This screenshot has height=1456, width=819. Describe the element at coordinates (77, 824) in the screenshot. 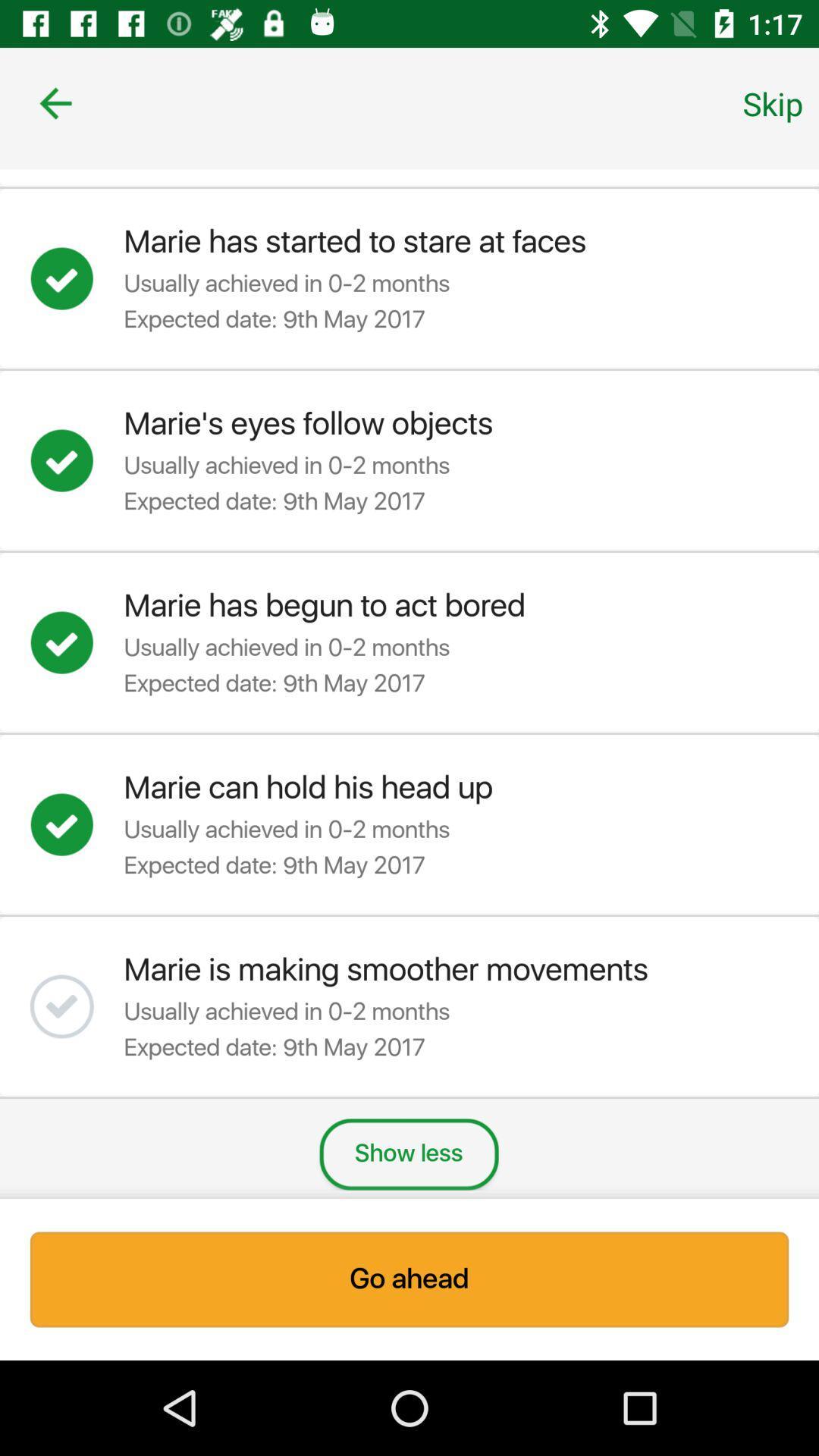

I see `confirm` at that location.